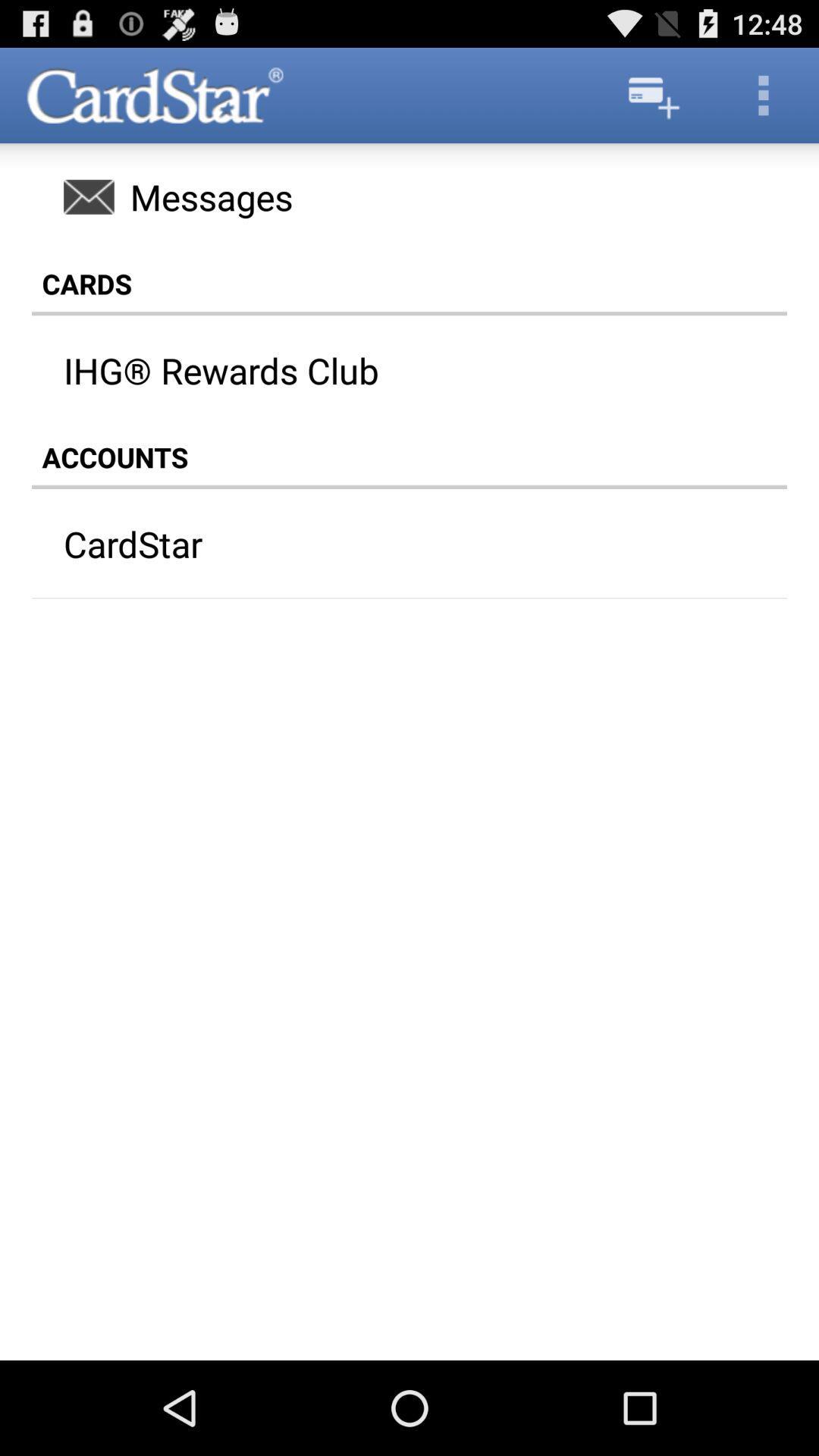 This screenshot has height=1456, width=819. Describe the element at coordinates (425, 370) in the screenshot. I see `app below cards` at that location.